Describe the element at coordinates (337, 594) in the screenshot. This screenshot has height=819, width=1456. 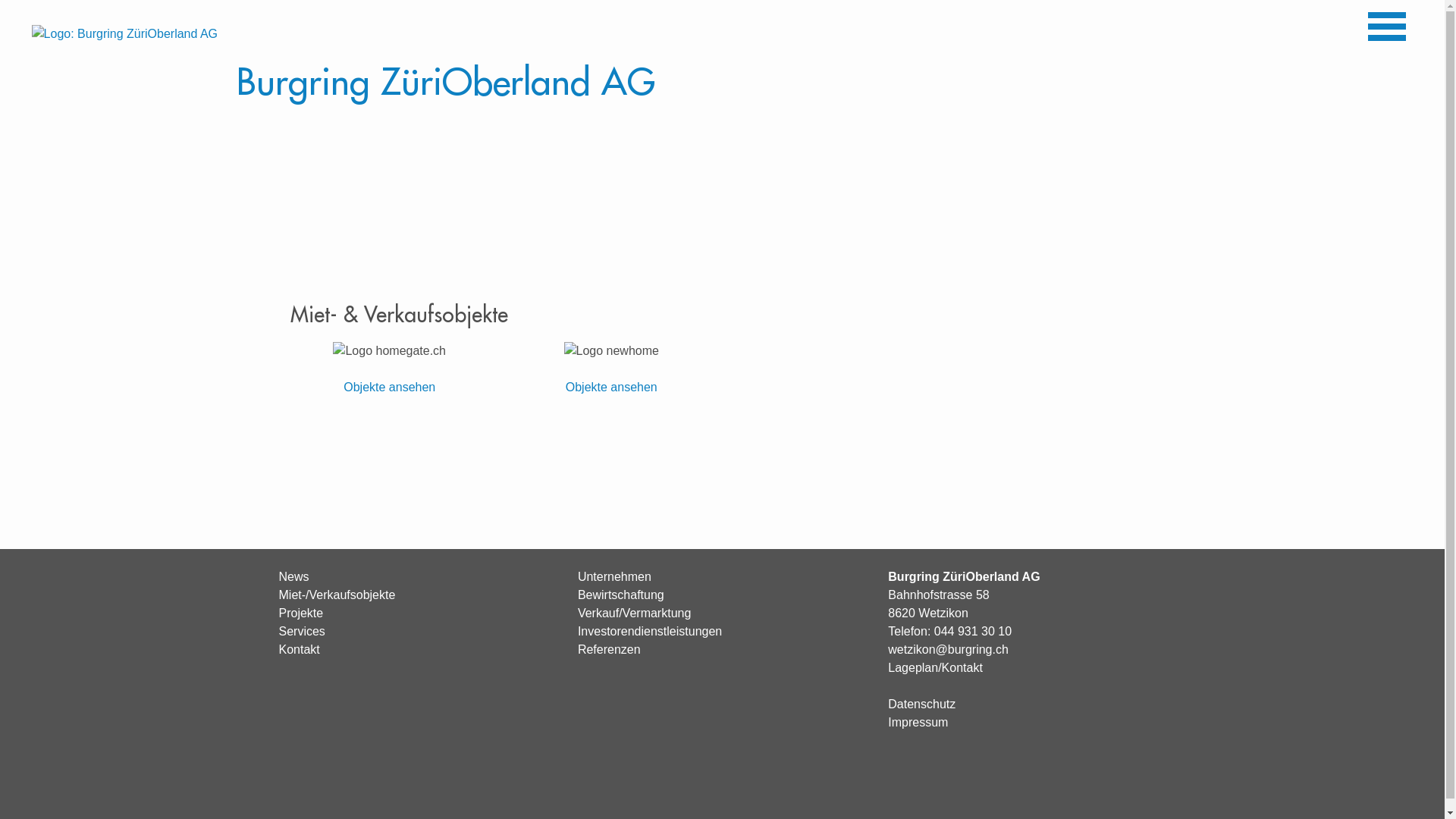
I see `'Miet-/Verkaufsobjekte'` at that location.